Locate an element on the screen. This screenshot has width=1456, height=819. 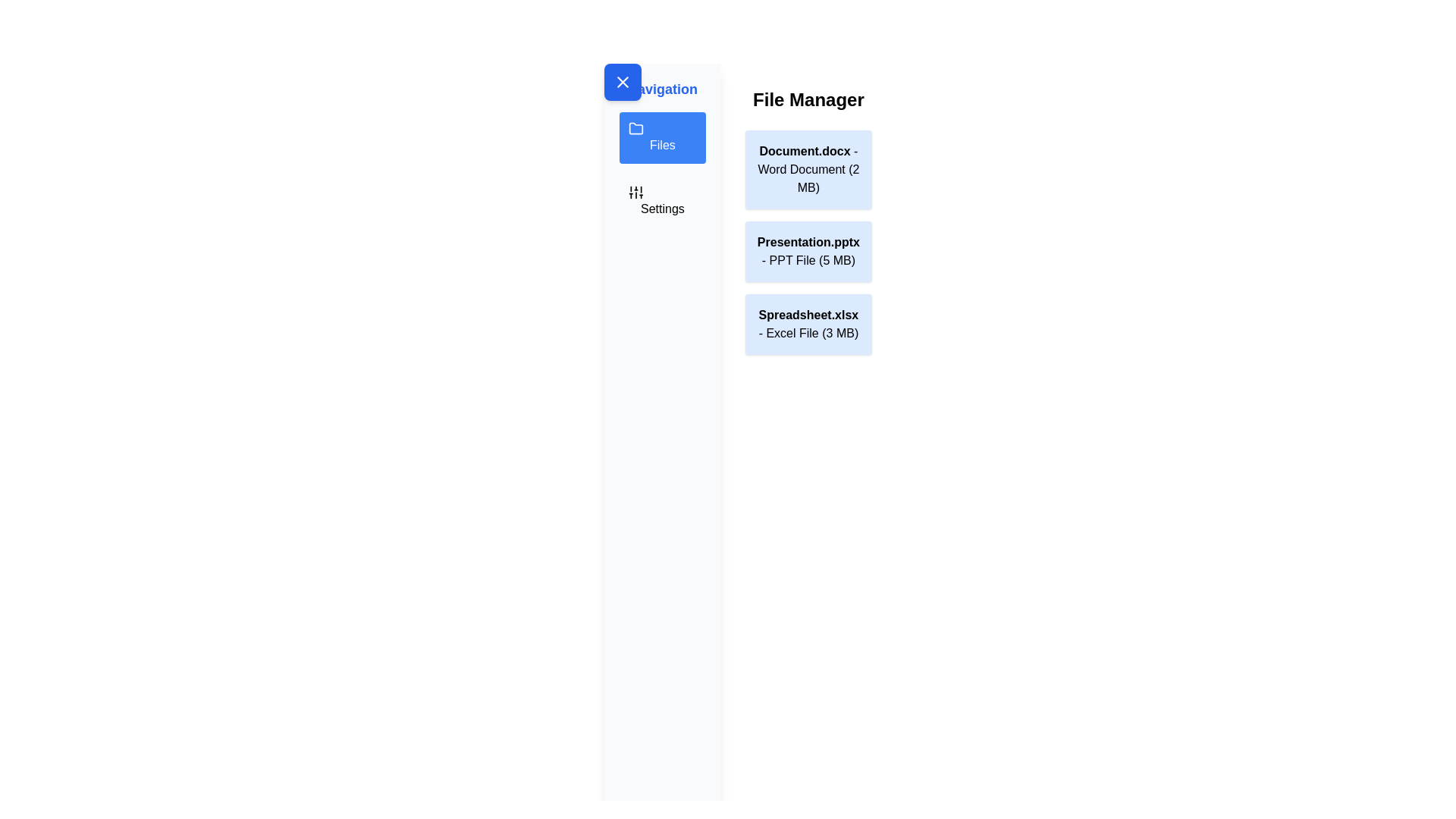
the 'Files' button located in the sidebar menu, which features a folder icon and has a blue background with white text is located at coordinates (662, 137).